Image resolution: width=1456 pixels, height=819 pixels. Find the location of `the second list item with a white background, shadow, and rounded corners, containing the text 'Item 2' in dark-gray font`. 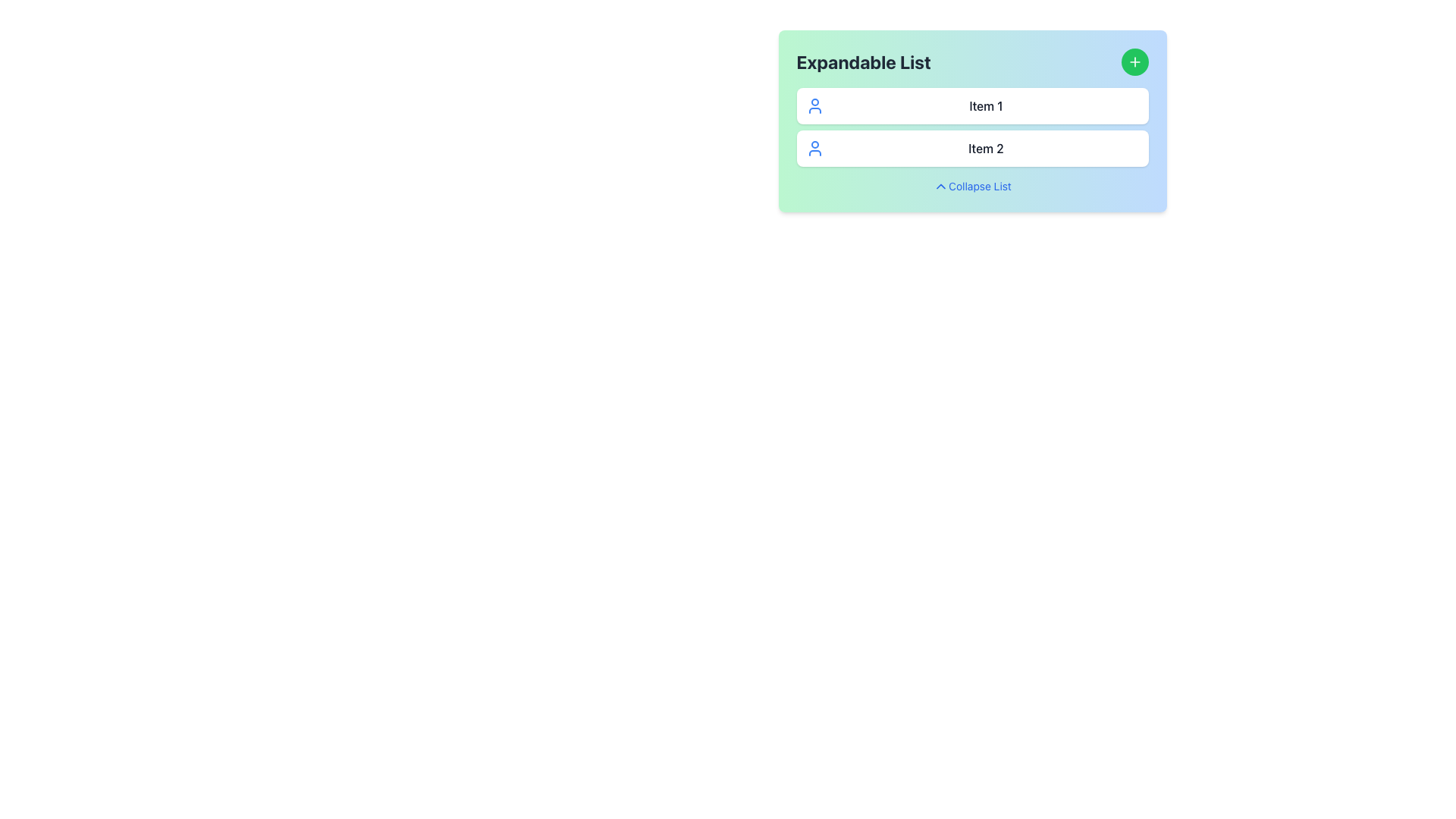

the second list item with a white background, shadow, and rounded corners, containing the text 'Item 2' in dark-gray font is located at coordinates (972, 149).